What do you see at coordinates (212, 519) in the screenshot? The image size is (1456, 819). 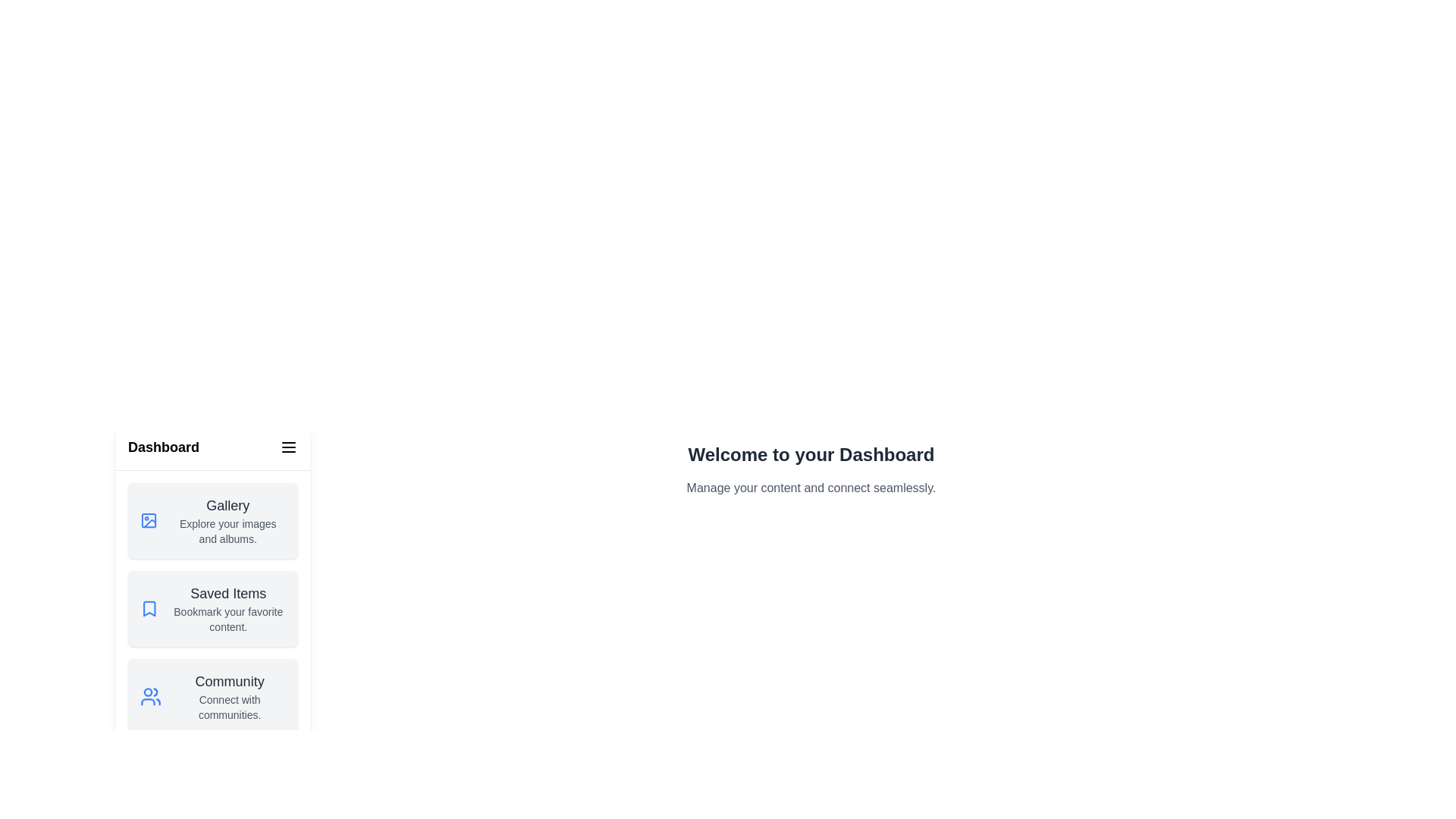 I see `the section Gallery in the drawer` at bounding box center [212, 519].